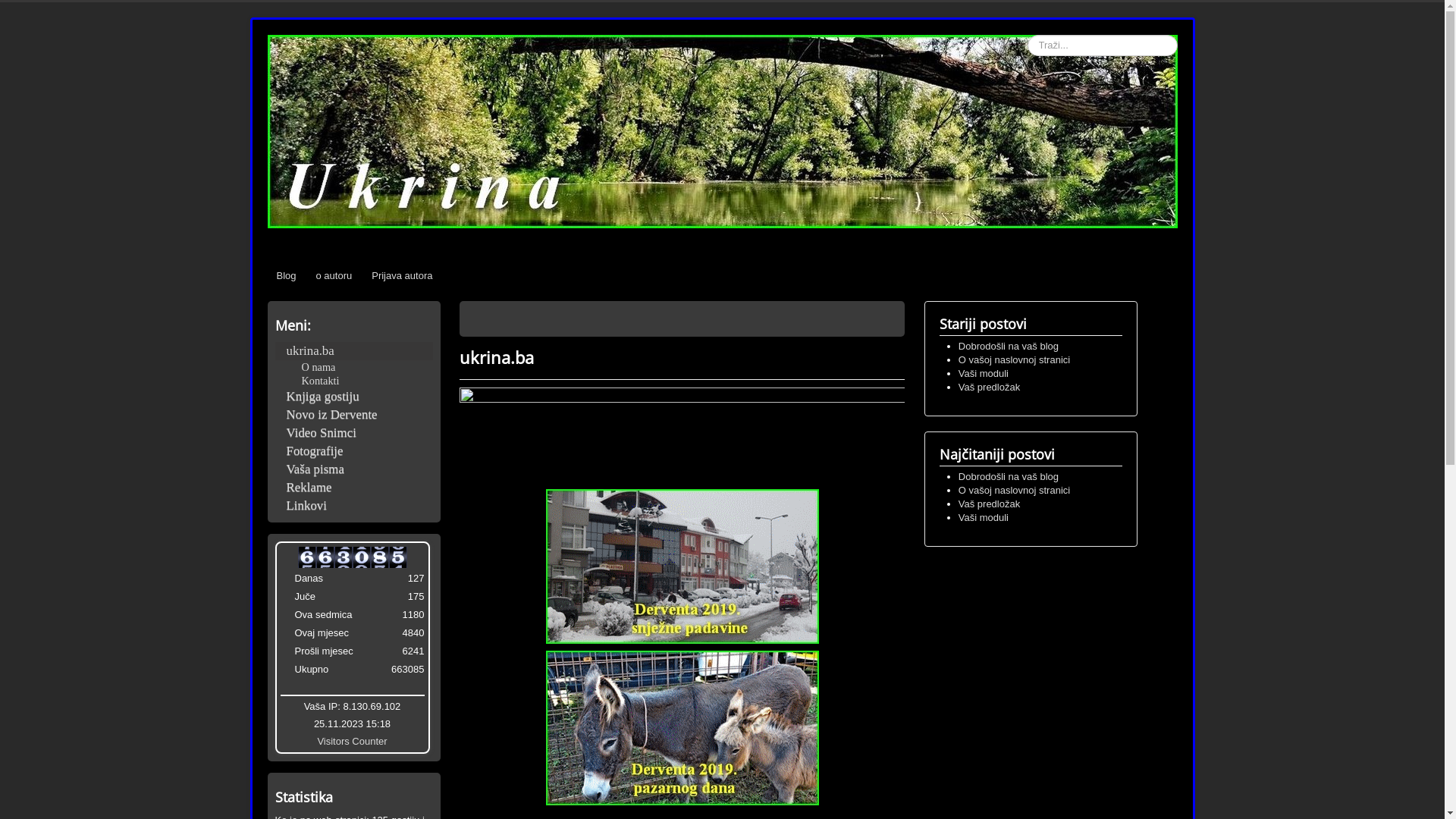  Describe the element at coordinates (286, 652) in the screenshot. I see `'2023-10-01'` at that location.